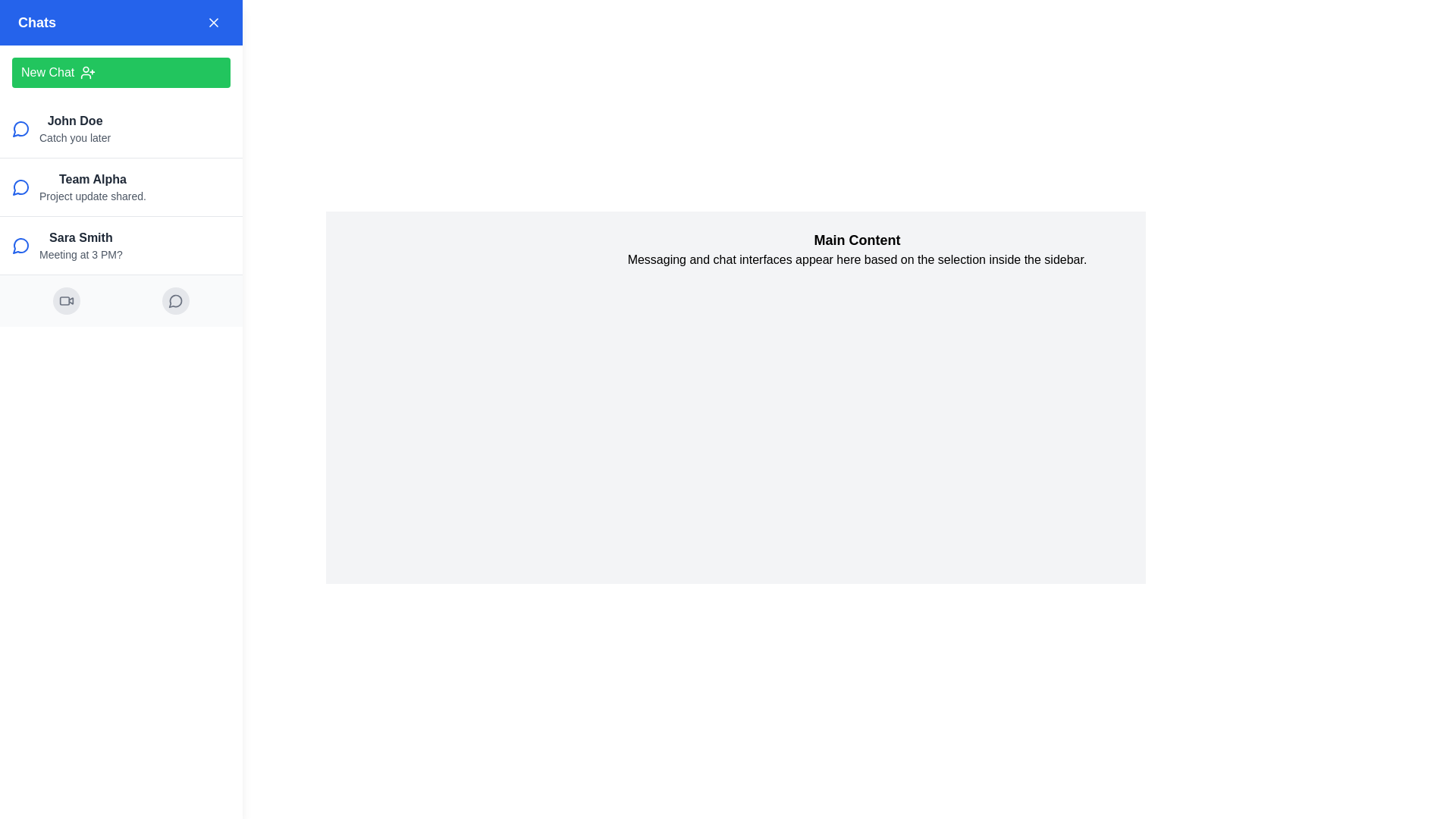 Image resolution: width=1456 pixels, height=819 pixels. I want to click on the circular blue outlined speech bubble icon located to the left of the 'Team Alpha' chat entry in the sidebar to initiate a chat-related action, so click(21, 186).